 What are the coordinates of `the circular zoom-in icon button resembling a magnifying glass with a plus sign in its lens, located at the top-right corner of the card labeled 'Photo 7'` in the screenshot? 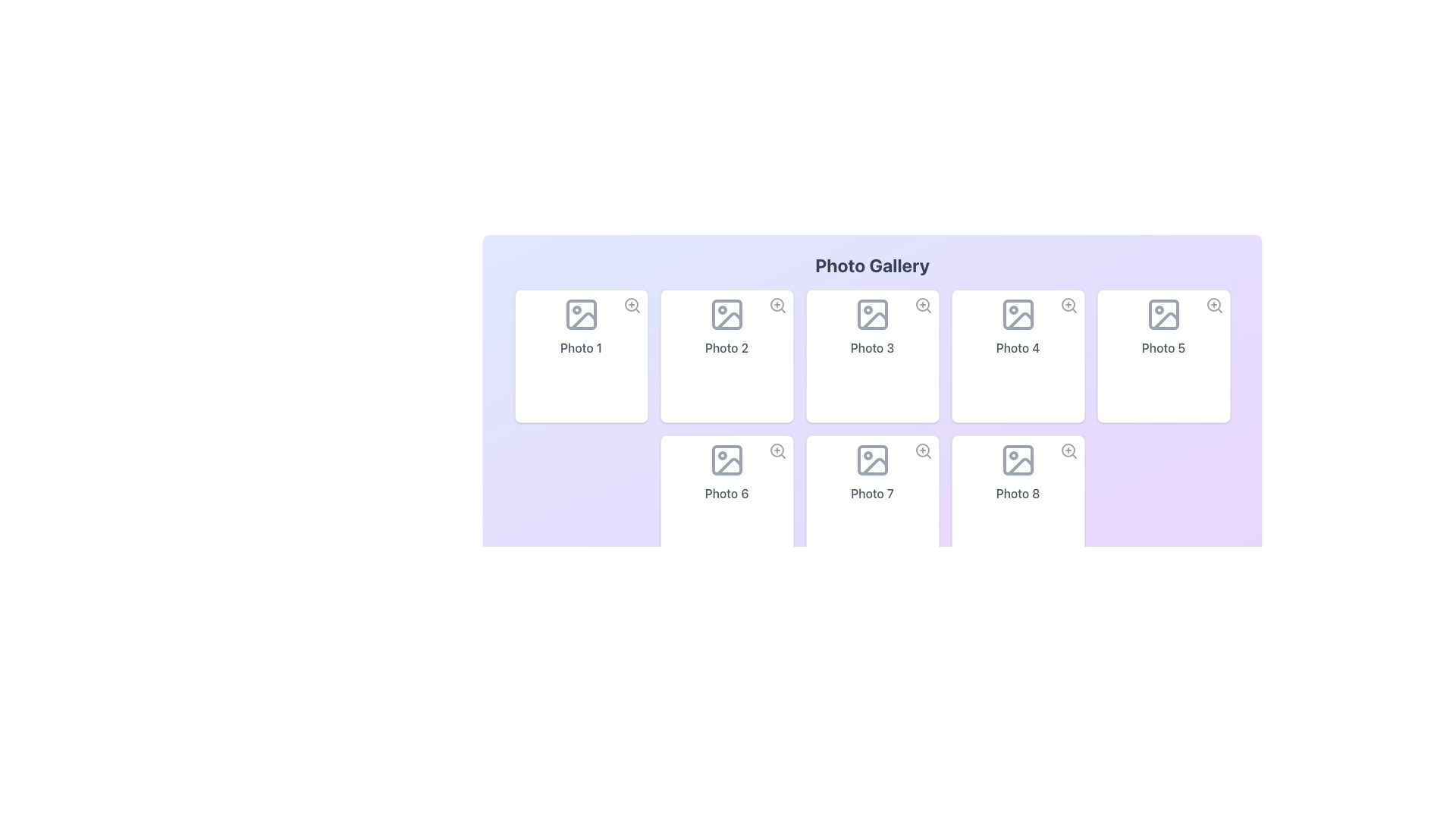 It's located at (922, 450).